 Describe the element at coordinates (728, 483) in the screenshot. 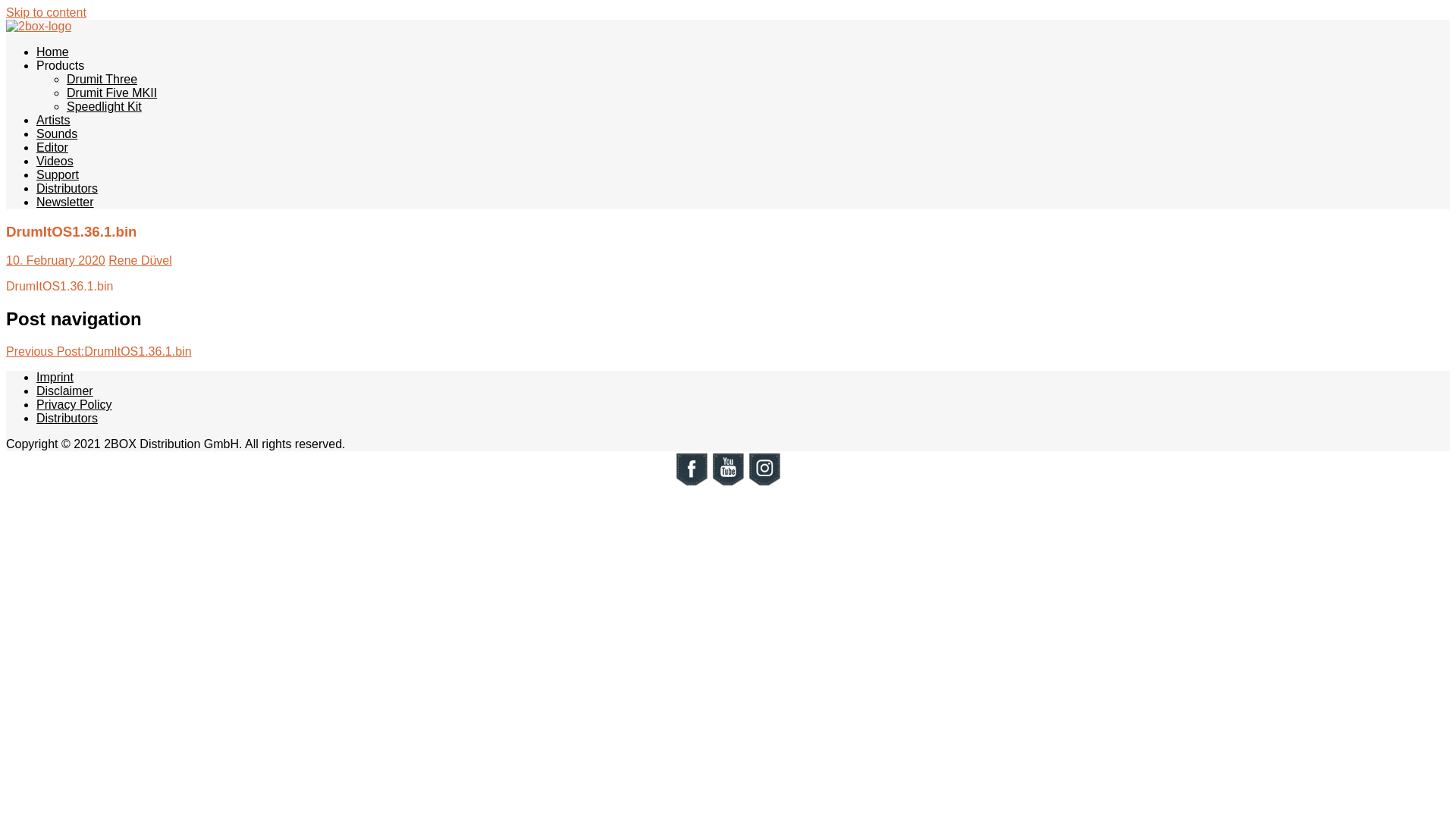

I see `'Visit Us On Youtube'` at that location.